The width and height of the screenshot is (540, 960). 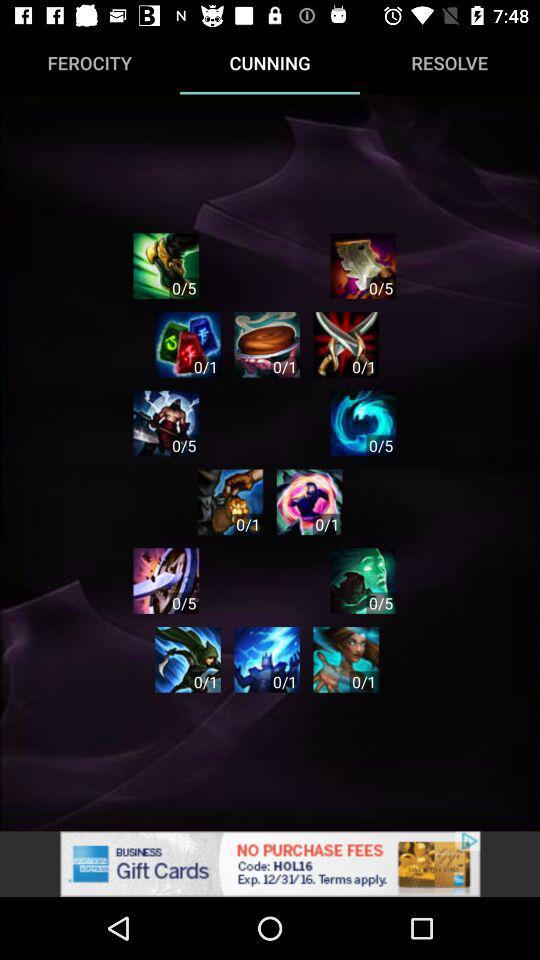 What do you see at coordinates (188, 658) in the screenshot?
I see `cunning` at bounding box center [188, 658].